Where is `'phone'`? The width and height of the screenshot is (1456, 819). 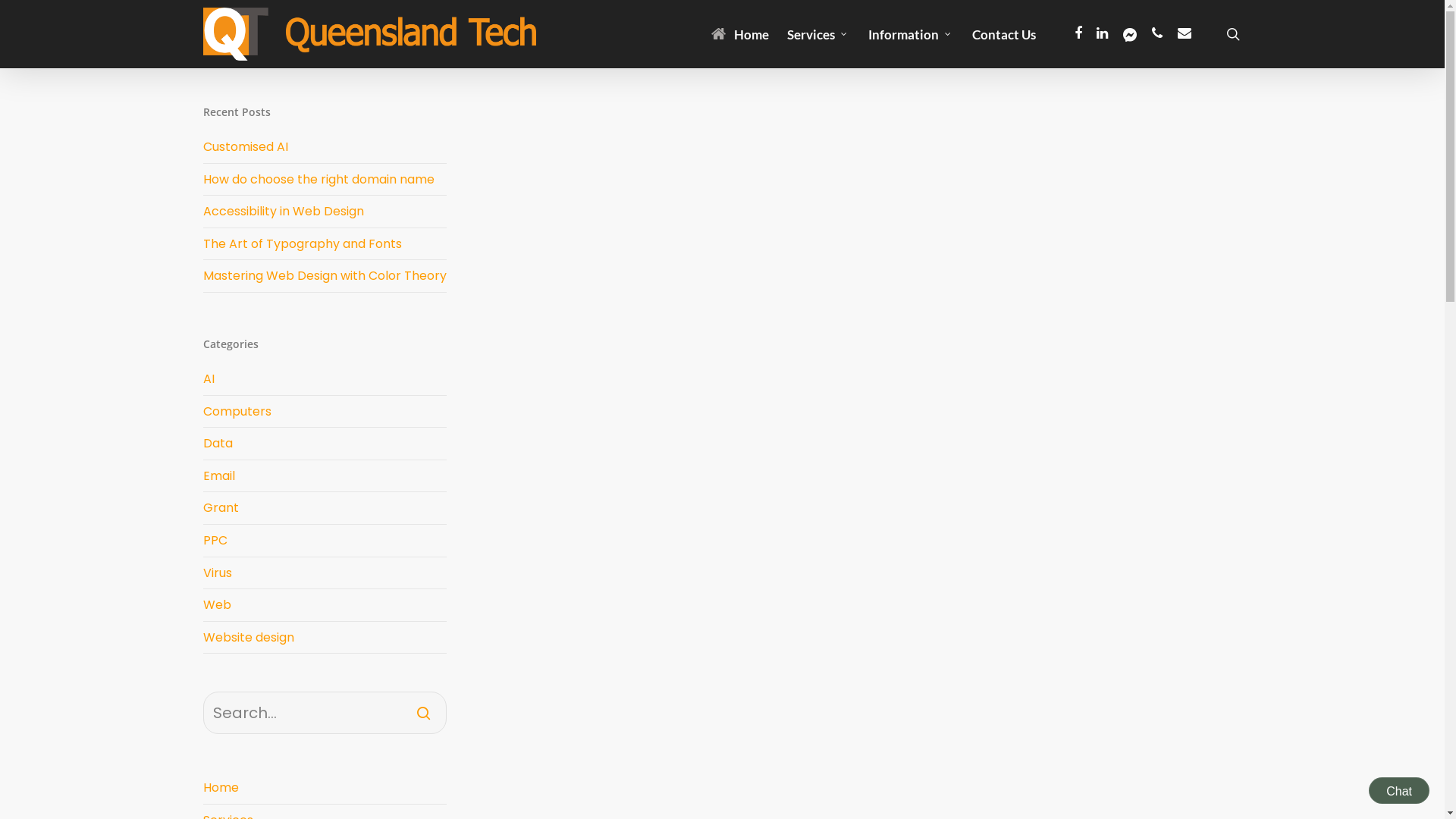
'phone' is located at coordinates (1156, 34).